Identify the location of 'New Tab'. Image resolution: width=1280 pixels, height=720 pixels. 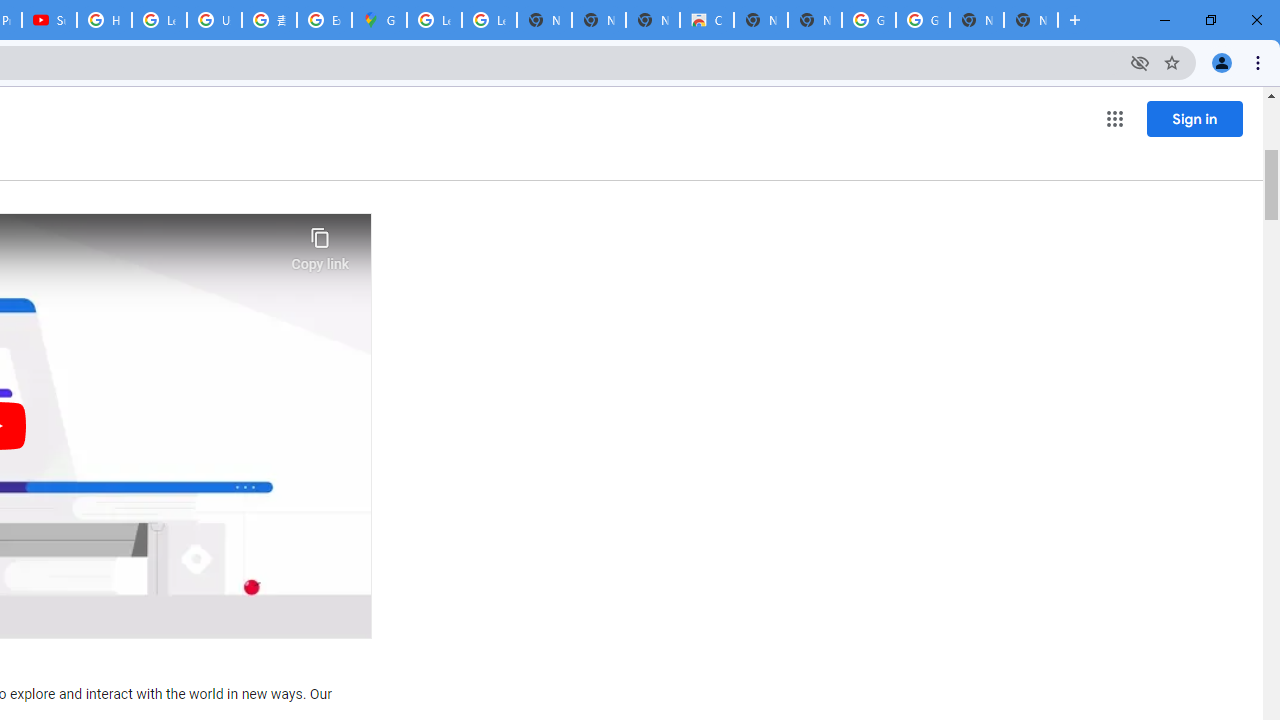
(1031, 20).